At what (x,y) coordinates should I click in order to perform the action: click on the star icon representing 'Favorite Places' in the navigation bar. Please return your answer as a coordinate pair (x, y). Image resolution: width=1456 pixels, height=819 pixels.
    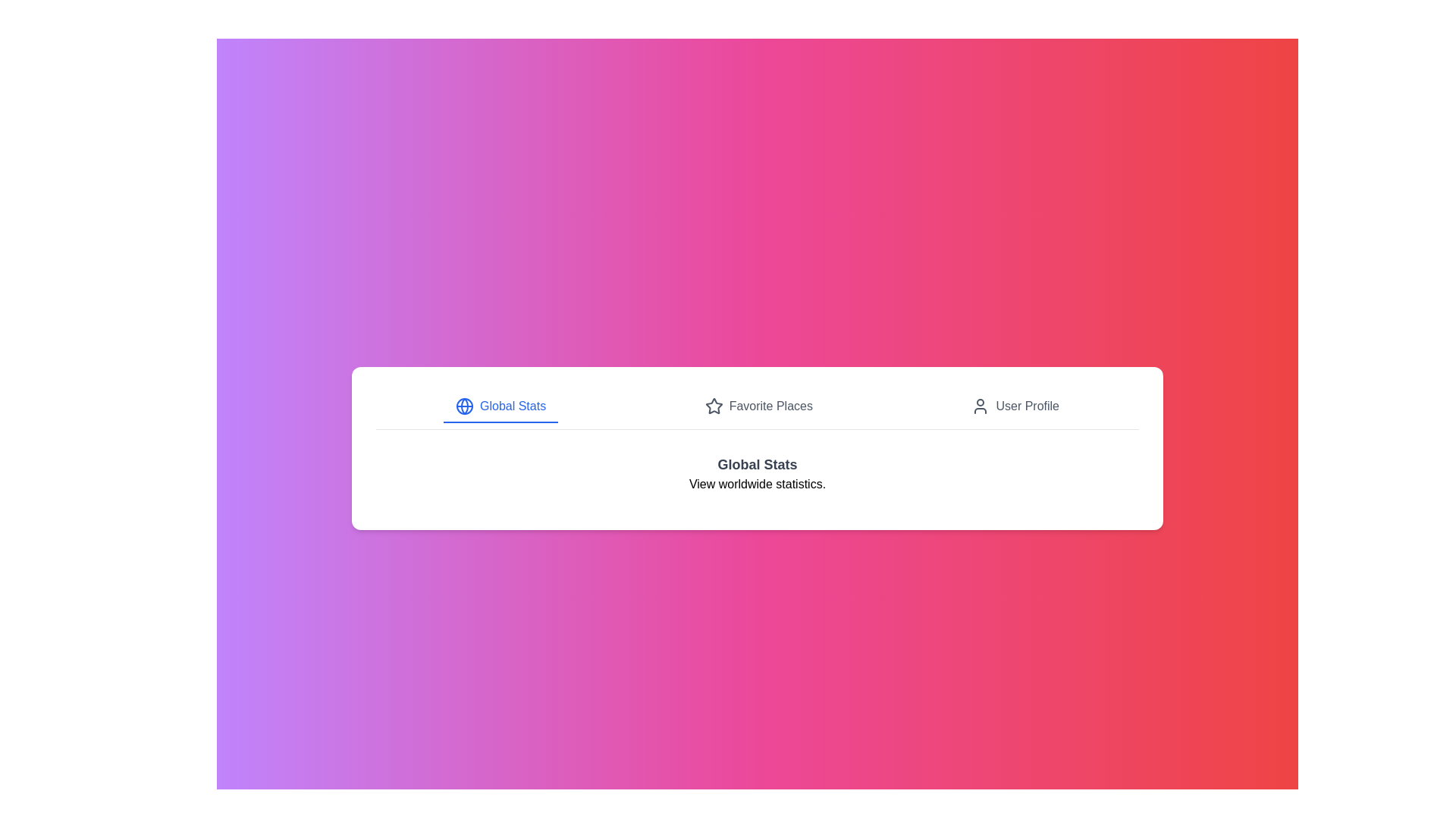
    Looking at the image, I should click on (713, 405).